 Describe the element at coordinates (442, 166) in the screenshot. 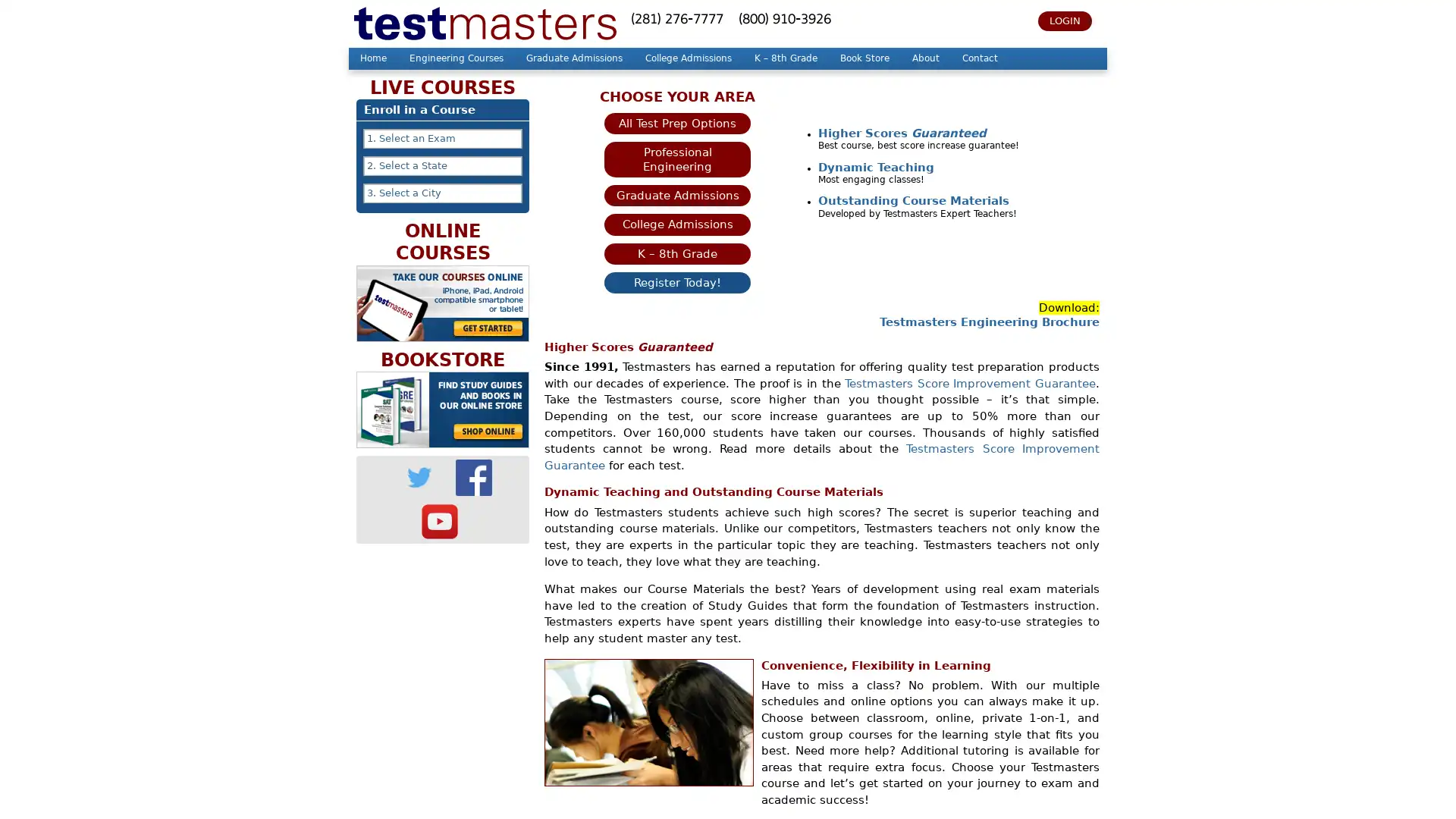

I see `2. Select a State` at that location.